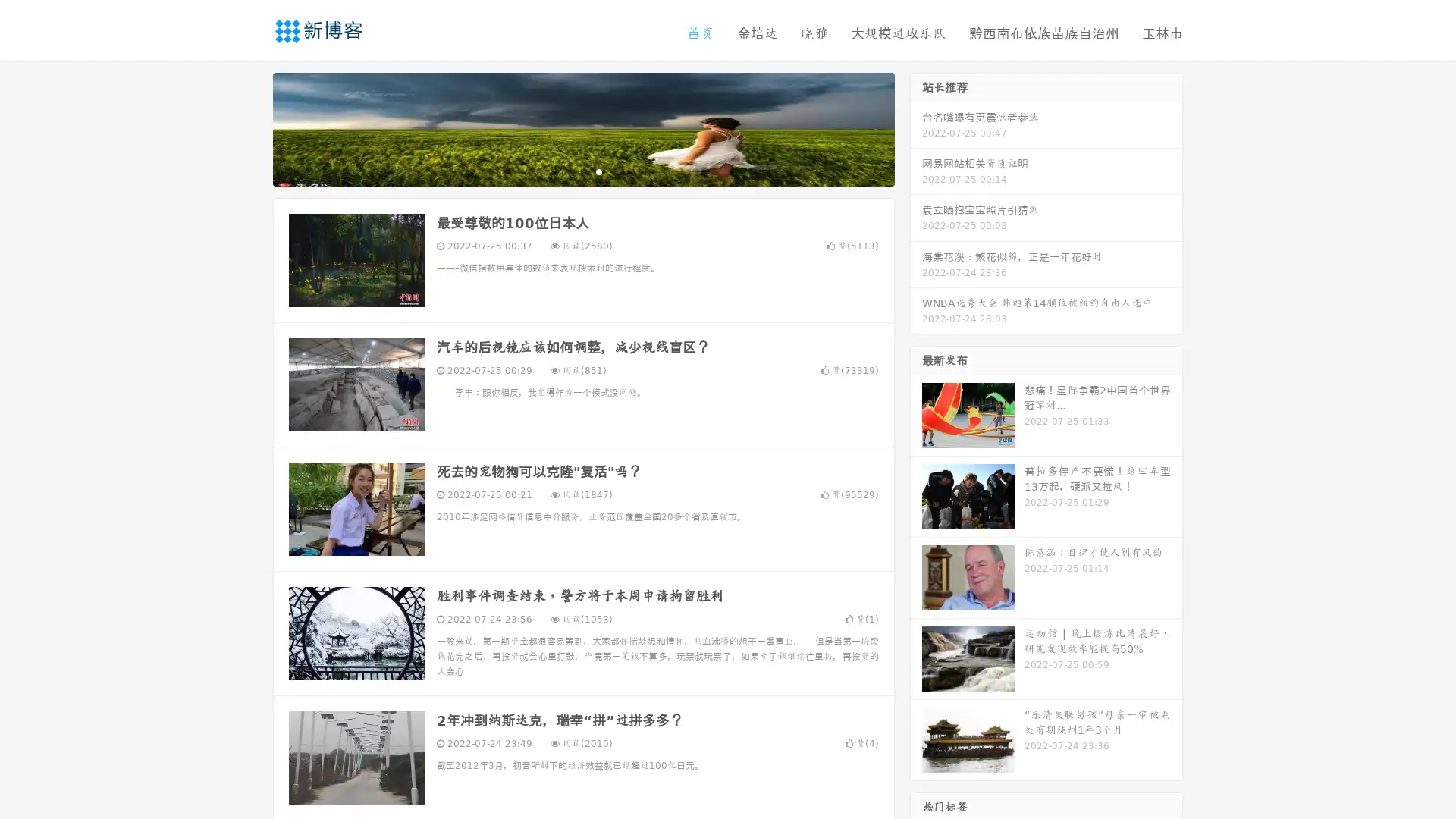 The height and width of the screenshot is (819, 1456). I want to click on Previous slide, so click(250, 127).